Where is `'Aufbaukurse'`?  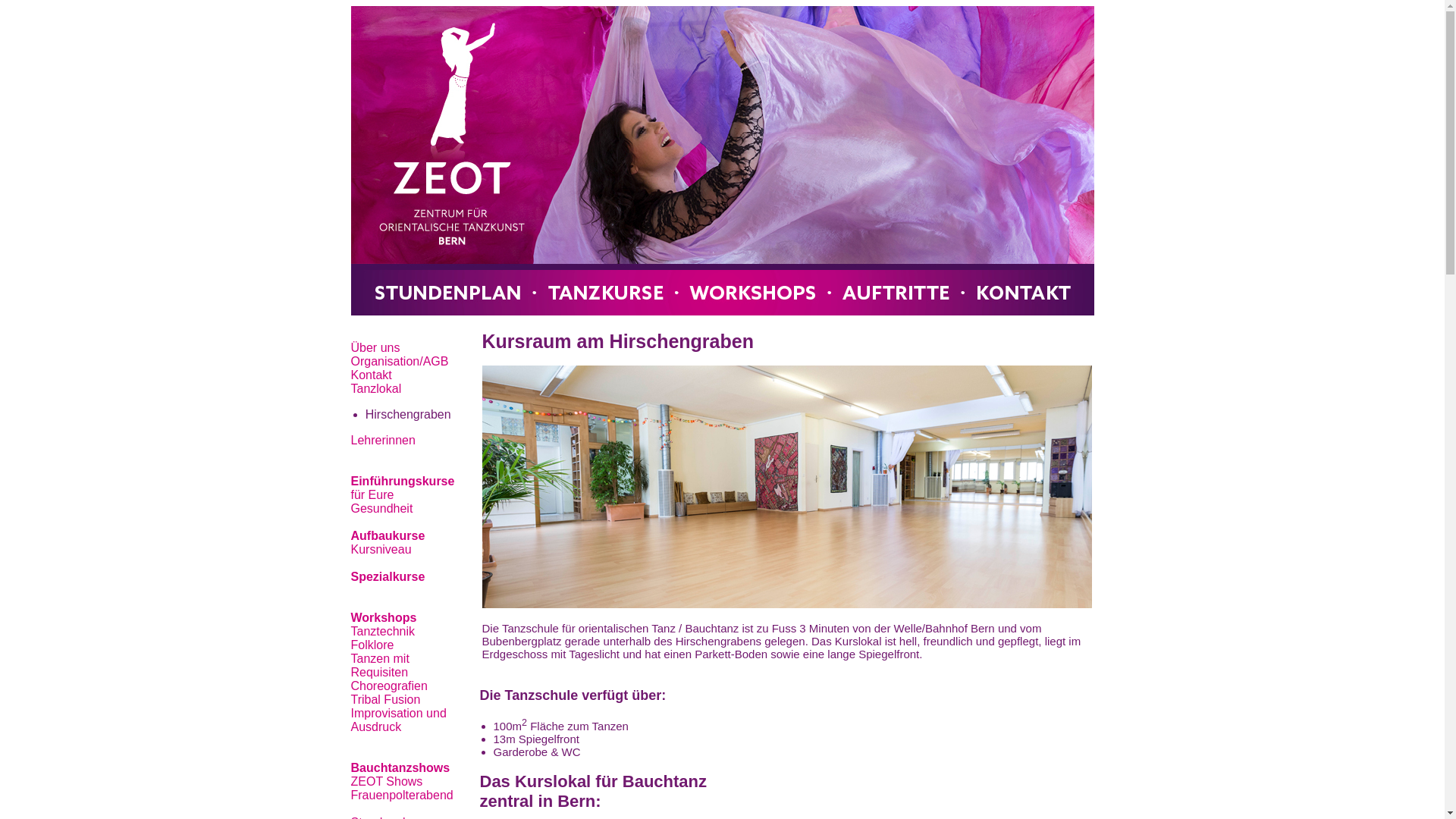 'Aufbaukurse' is located at coordinates (387, 535).